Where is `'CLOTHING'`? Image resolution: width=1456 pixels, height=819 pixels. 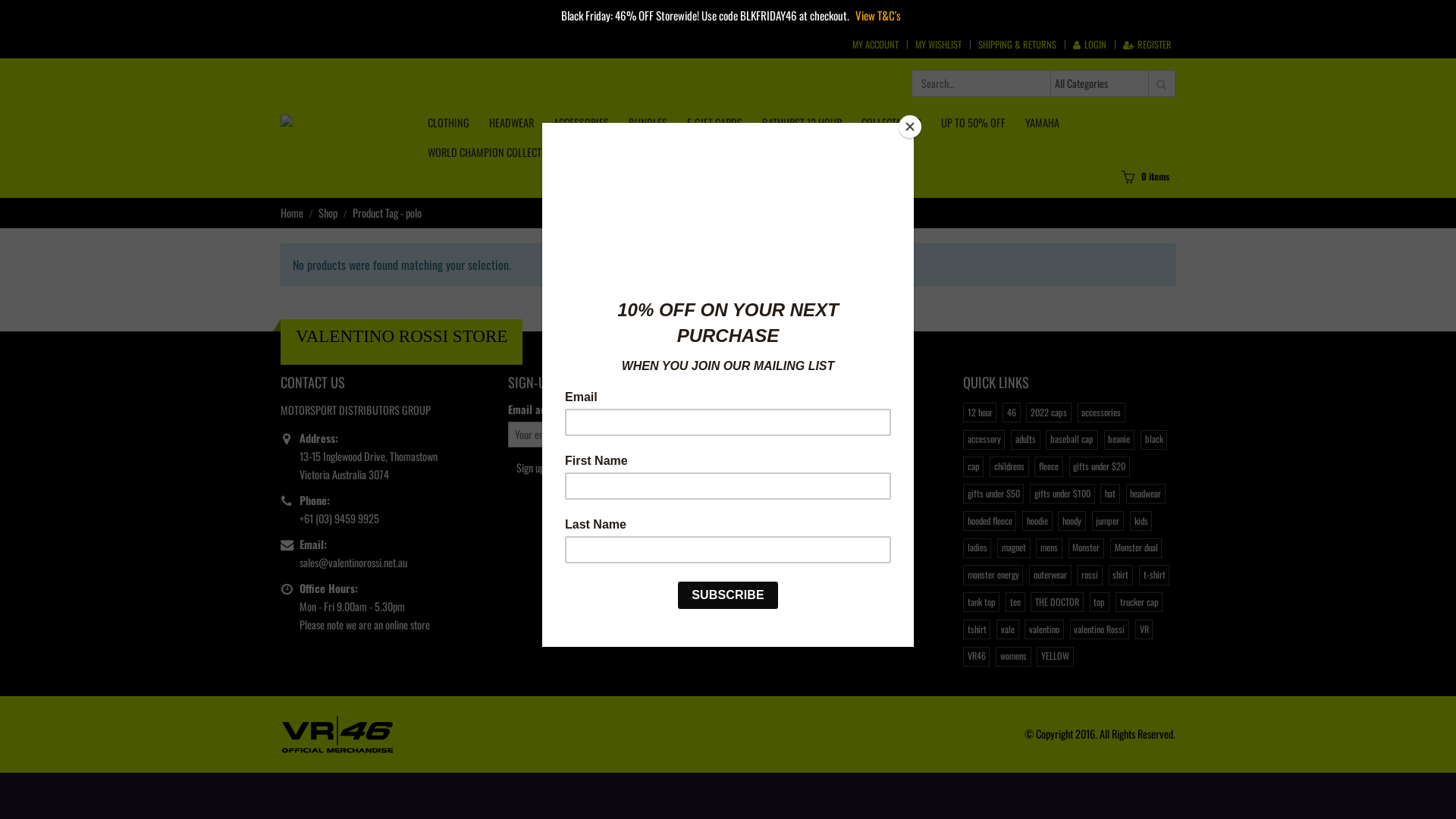 'CLOTHING' is located at coordinates (447, 121).